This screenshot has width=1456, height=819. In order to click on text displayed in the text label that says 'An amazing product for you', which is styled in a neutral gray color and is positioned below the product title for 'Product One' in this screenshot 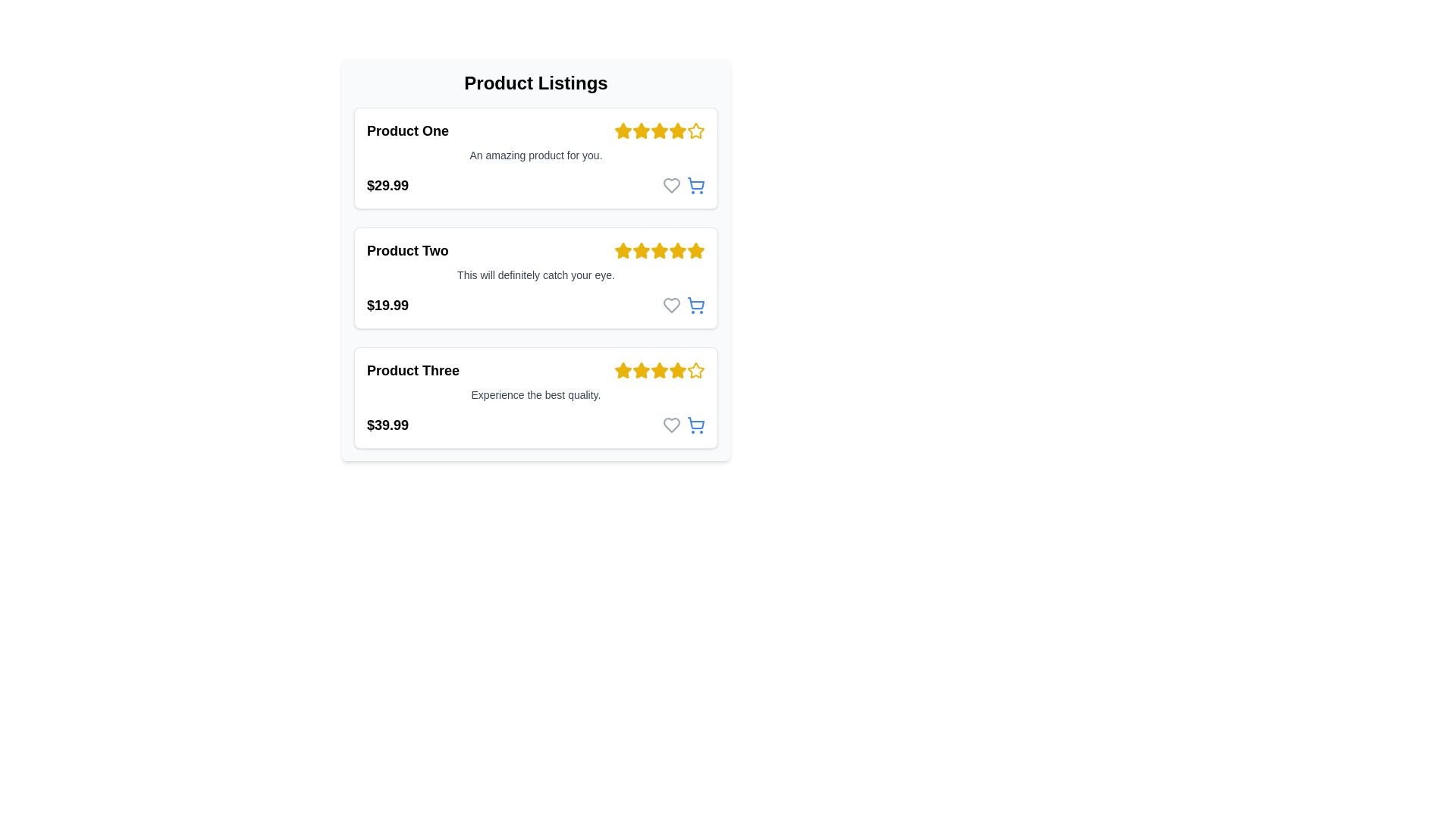, I will do `click(535, 155)`.